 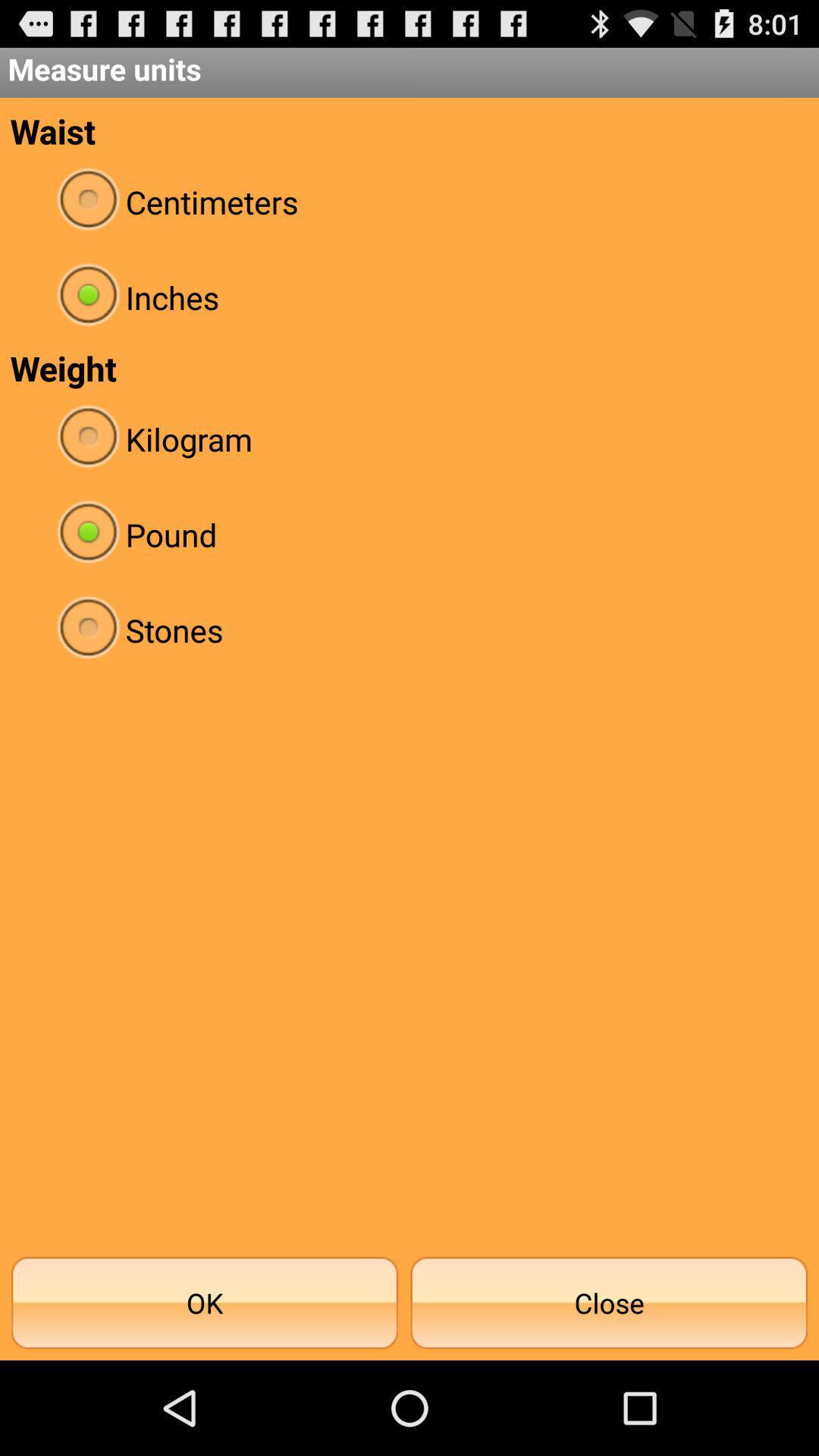 I want to click on item above the stones radio button, so click(x=409, y=535).